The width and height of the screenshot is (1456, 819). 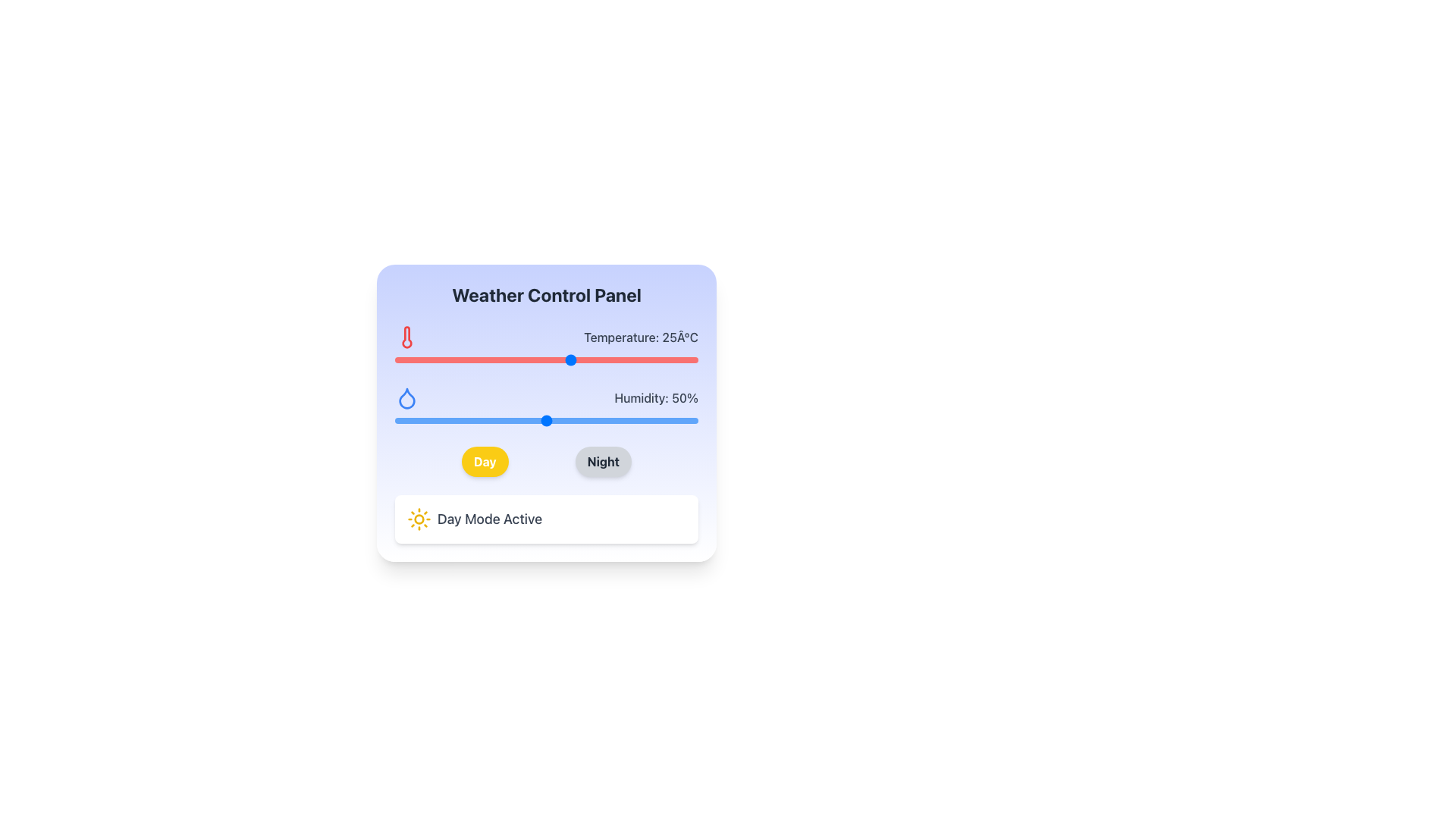 I want to click on humidity, so click(x=482, y=421).